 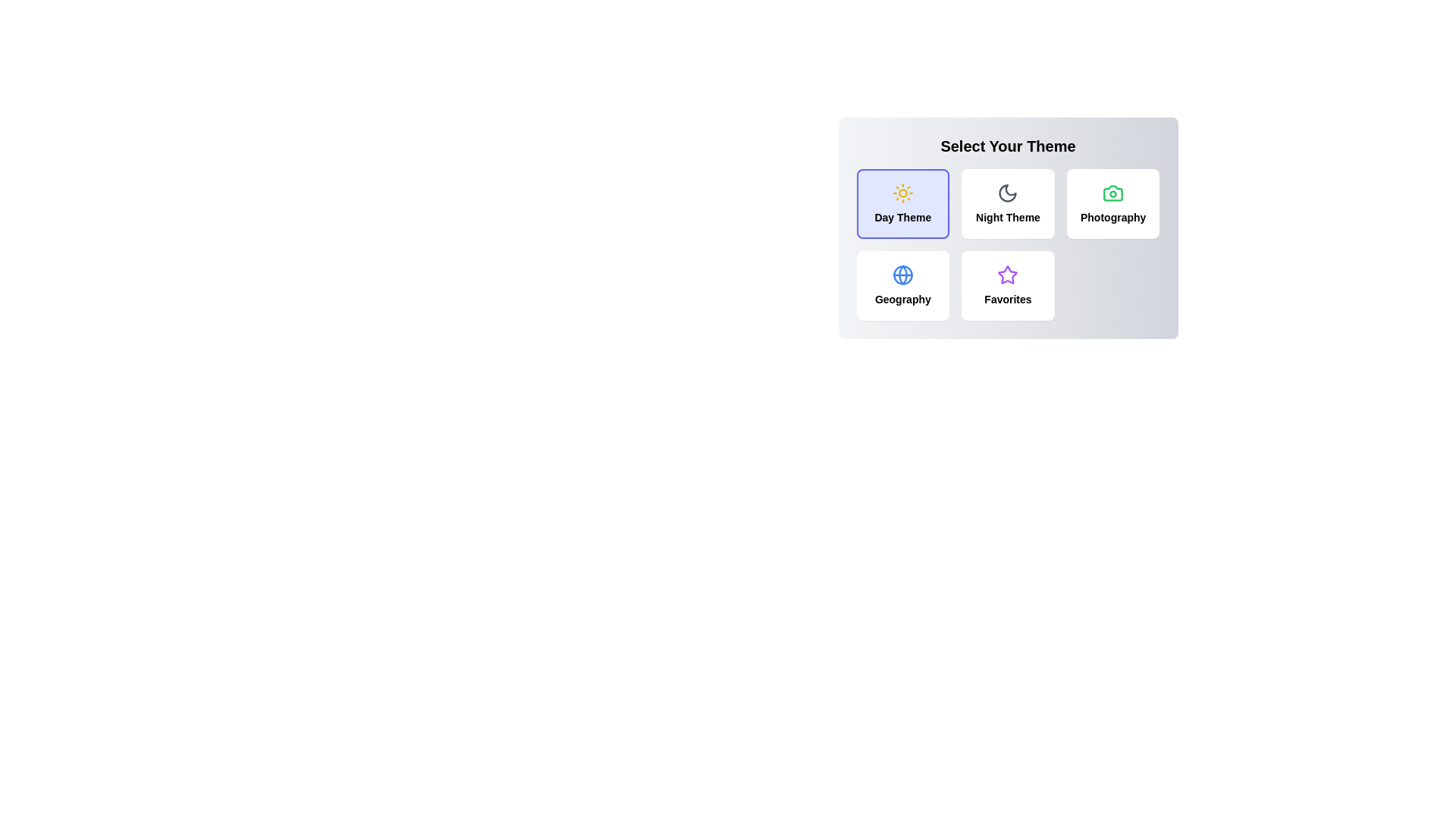 What do you see at coordinates (902, 192) in the screenshot?
I see `the Icon representing the 'Day Theme' selection located at the center-top of the 'Day Theme' panel, above the text label 'Day Theme'` at bounding box center [902, 192].